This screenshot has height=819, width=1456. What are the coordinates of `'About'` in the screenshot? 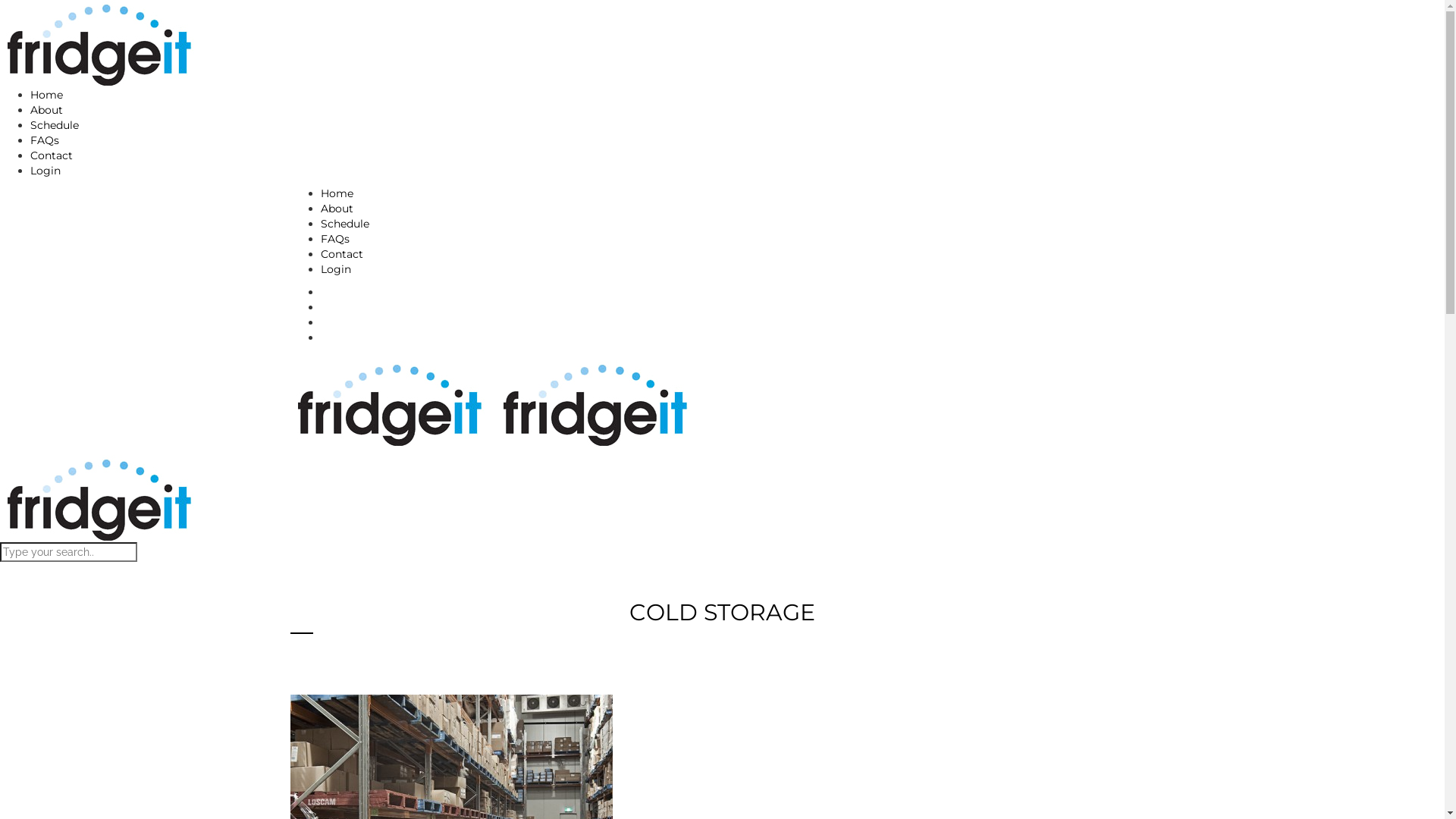 It's located at (46, 109).